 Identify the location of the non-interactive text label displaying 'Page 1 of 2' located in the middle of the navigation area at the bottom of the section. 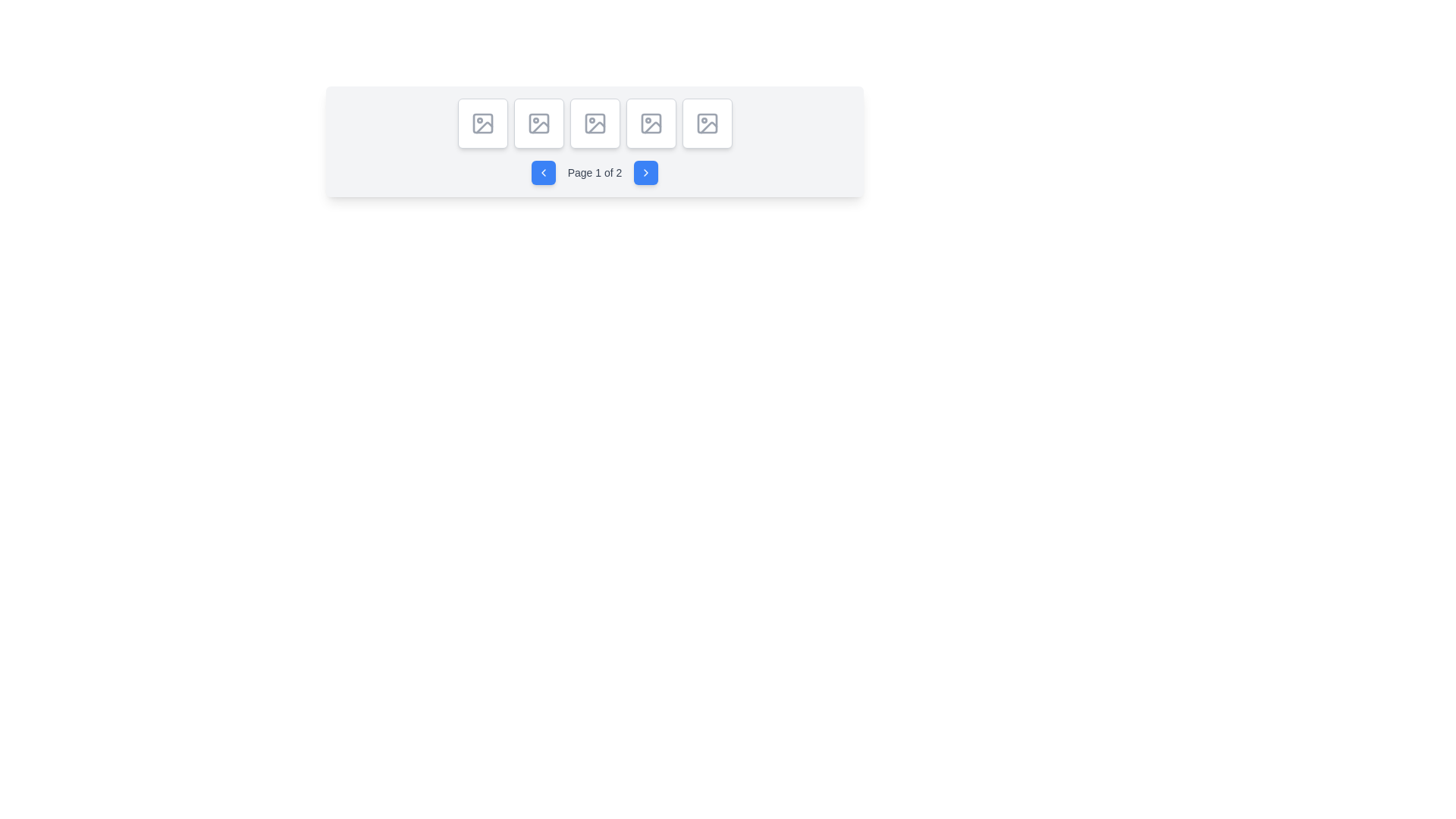
(594, 171).